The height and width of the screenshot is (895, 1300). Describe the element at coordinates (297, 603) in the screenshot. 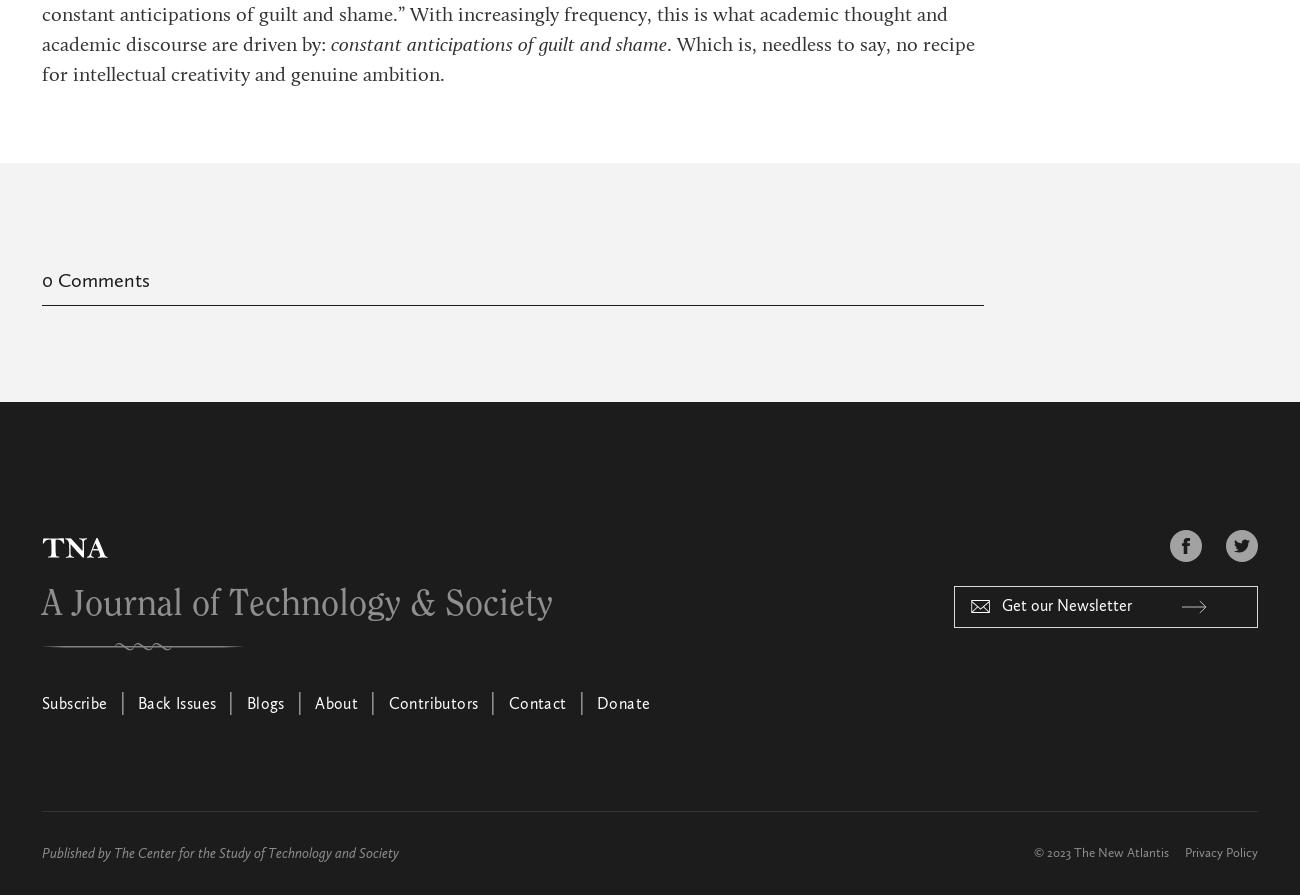

I see `'A Journal of Technology & Society'` at that location.